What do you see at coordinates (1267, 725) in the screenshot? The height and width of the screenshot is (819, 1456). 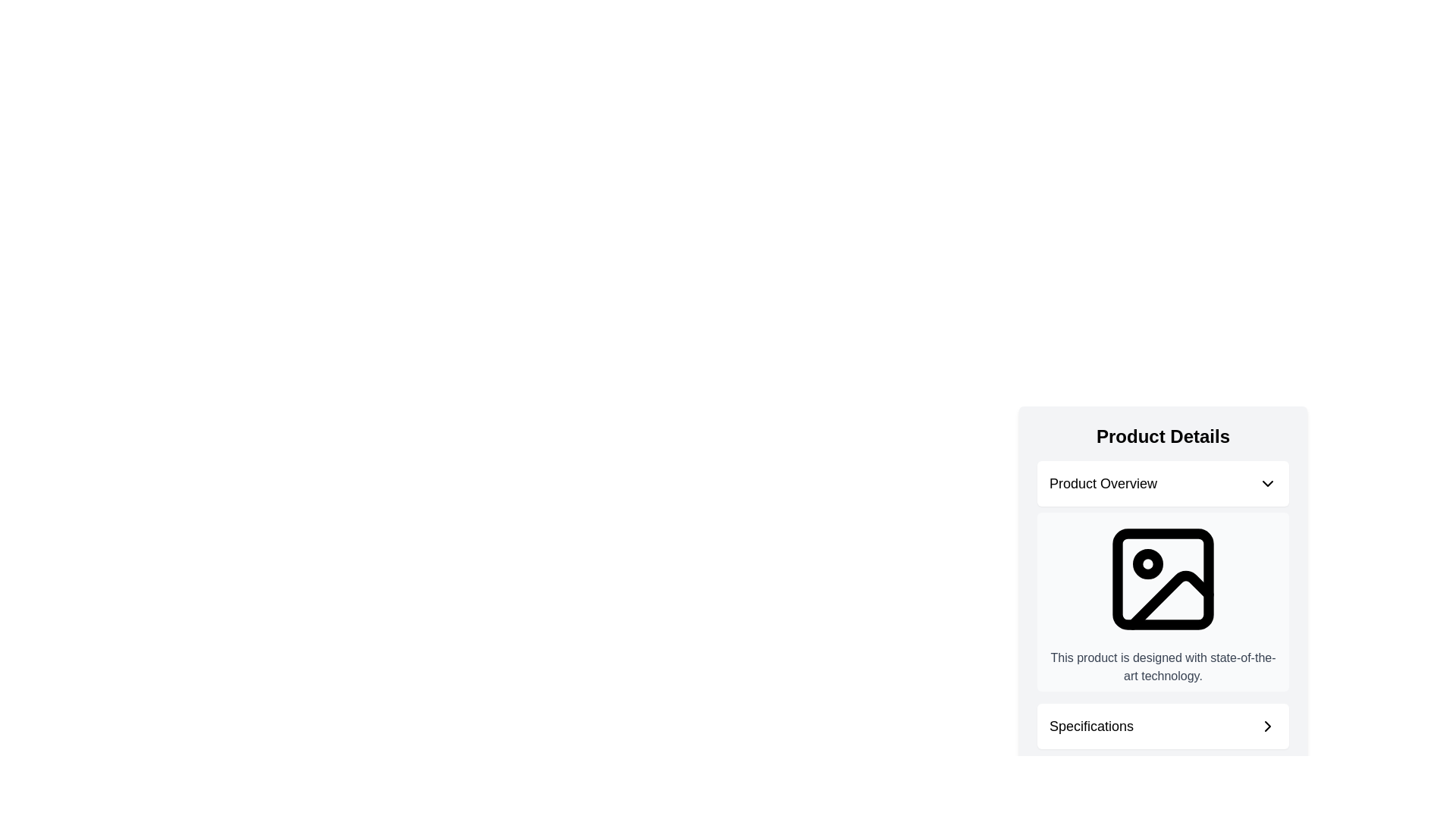 I see `the navigation button located at the far-right of the 'Specifications' card` at bounding box center [1267, 725].